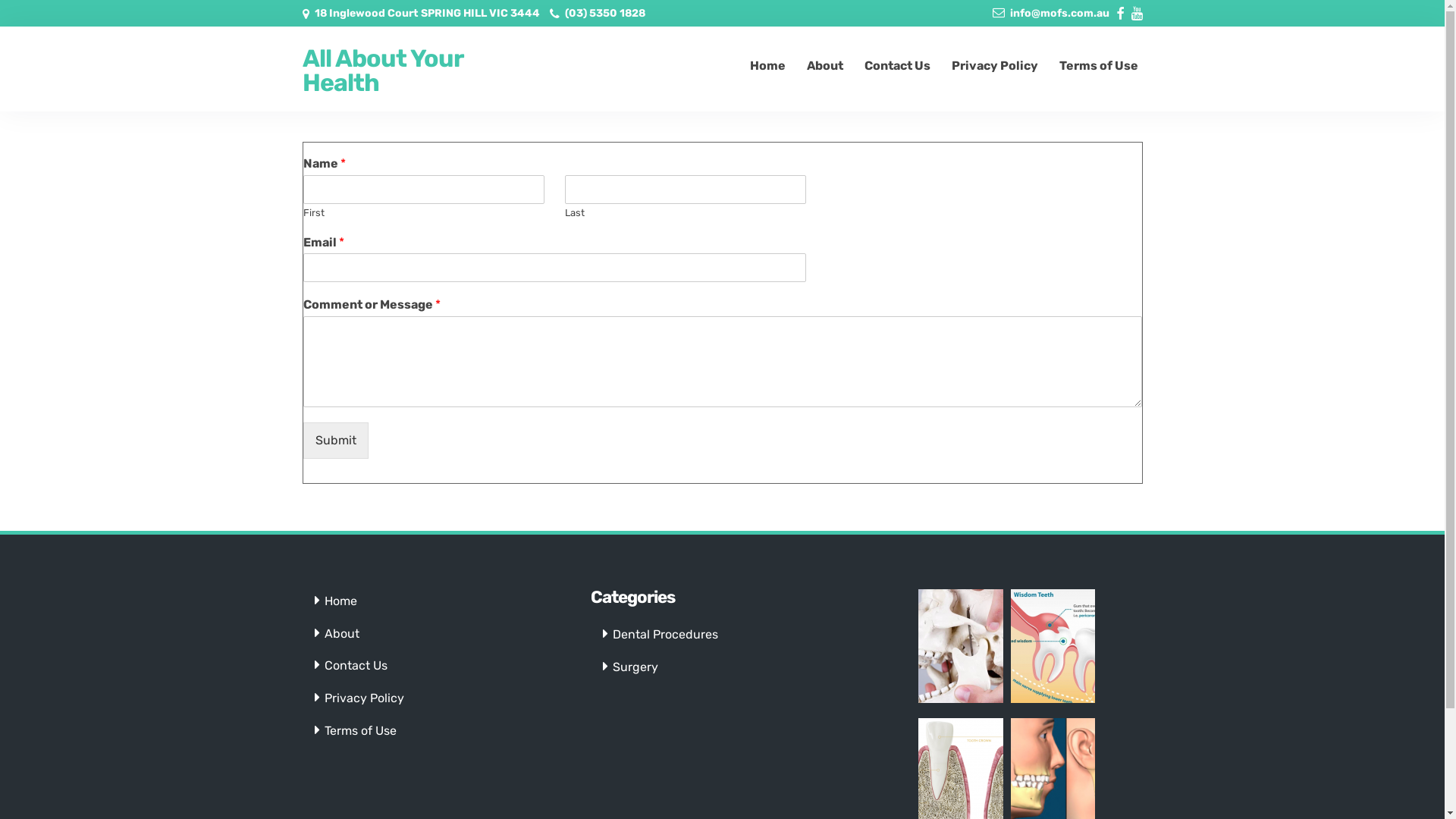 Image resolution: width=1456 pixels, height=819 pixels. What do you see at coordinates (665, 634) in the screenshot?
I see `'Dental Procedures'` at bounding box center [665, 634].